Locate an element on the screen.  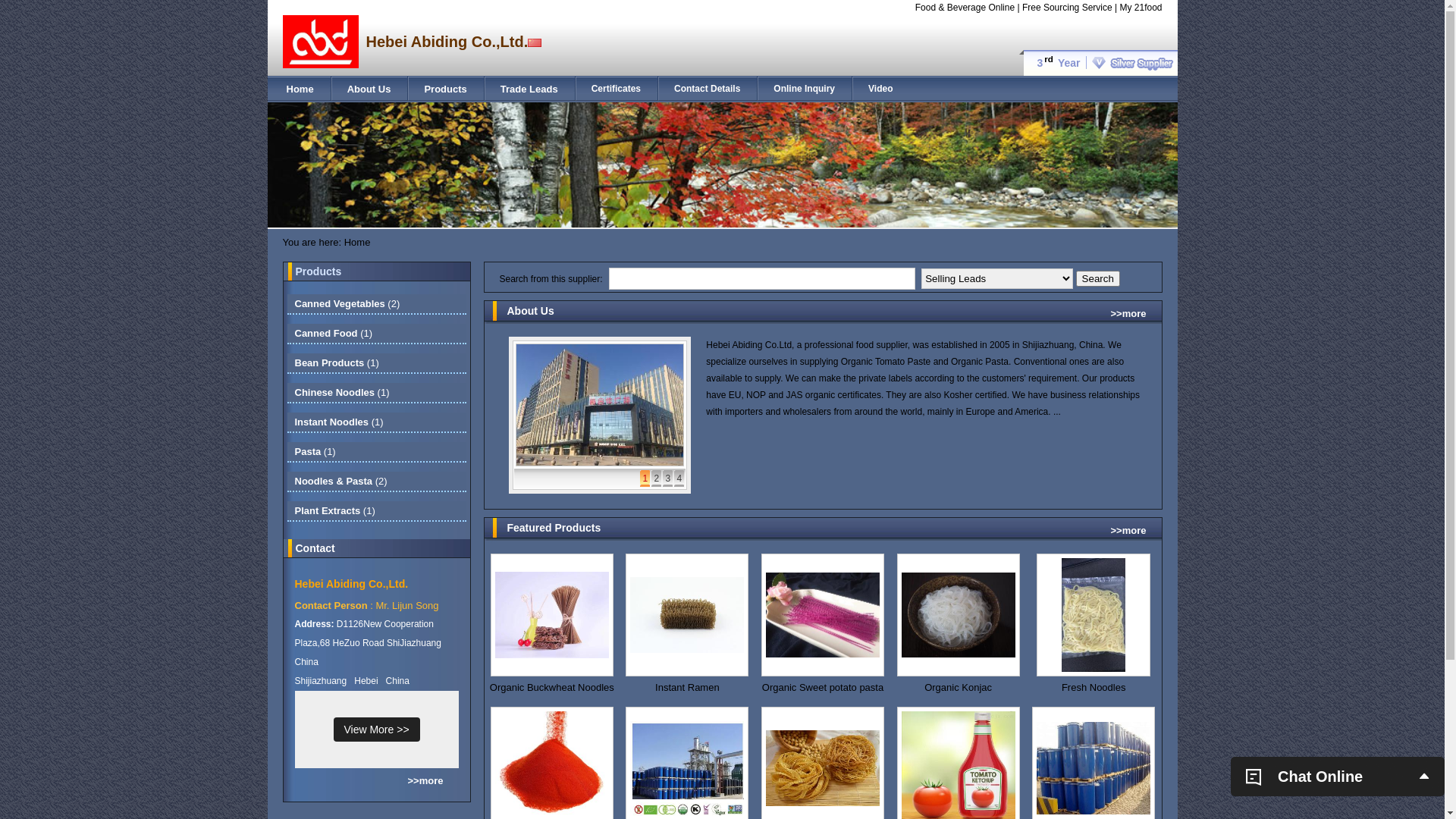
'My 21food' is located at coordinates (1140, 8).